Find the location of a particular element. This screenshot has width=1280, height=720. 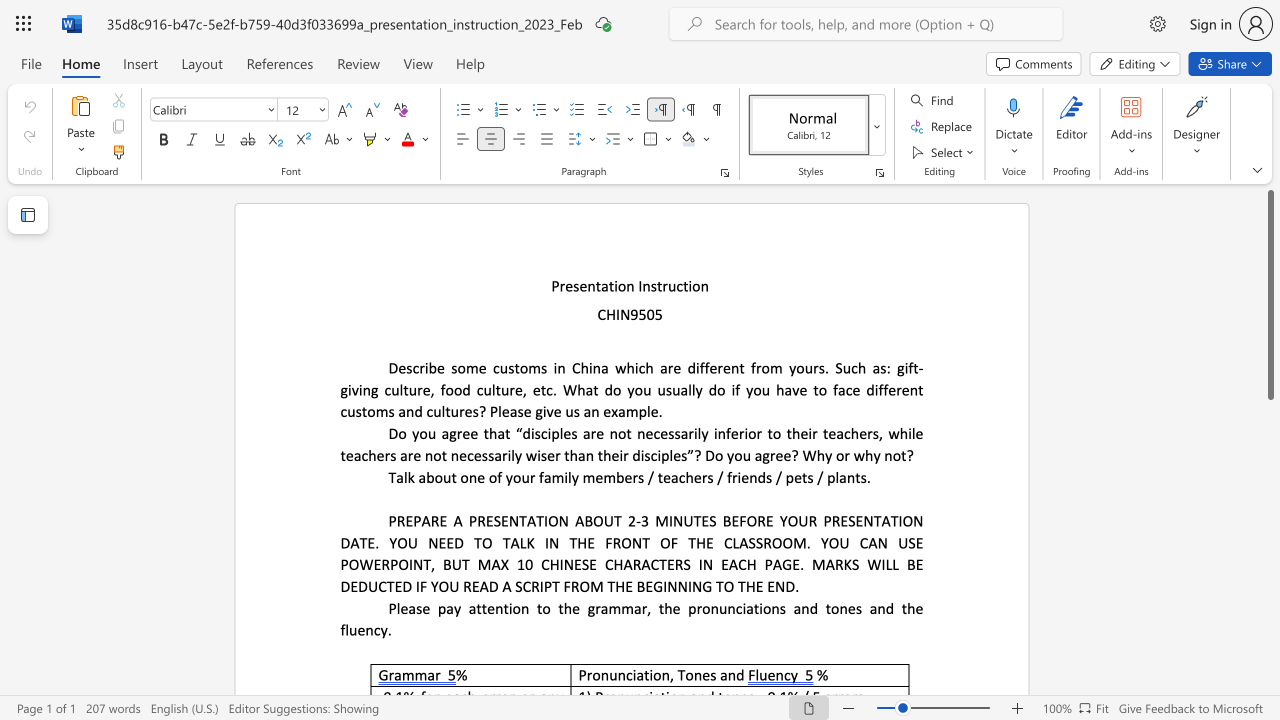

the subset text "ia" within the text "Pronunciation," is located at coordinates (631, 675).